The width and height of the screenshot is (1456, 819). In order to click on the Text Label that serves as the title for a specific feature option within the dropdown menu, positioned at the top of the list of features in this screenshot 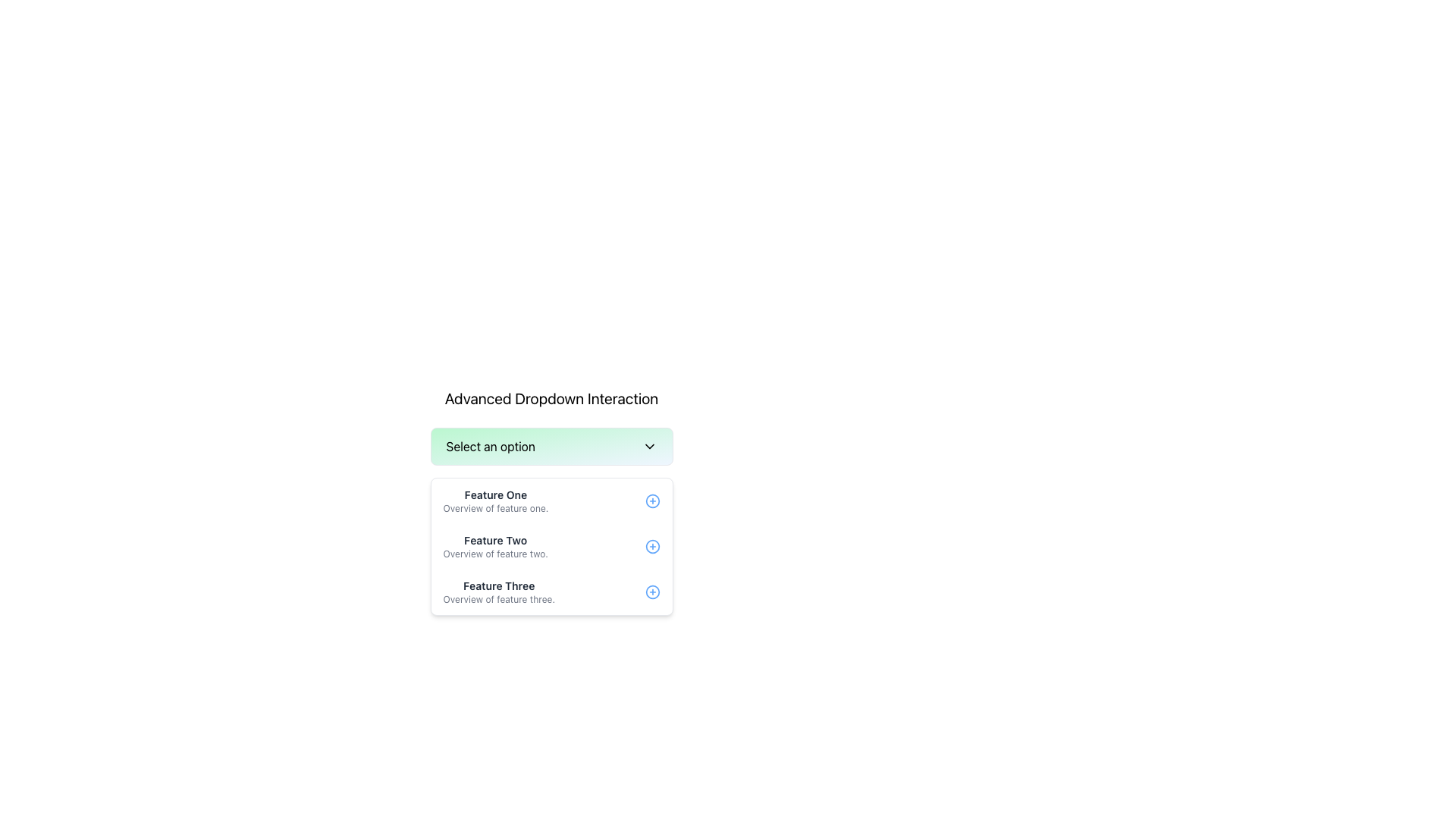, I will do `click(495, 494)`.